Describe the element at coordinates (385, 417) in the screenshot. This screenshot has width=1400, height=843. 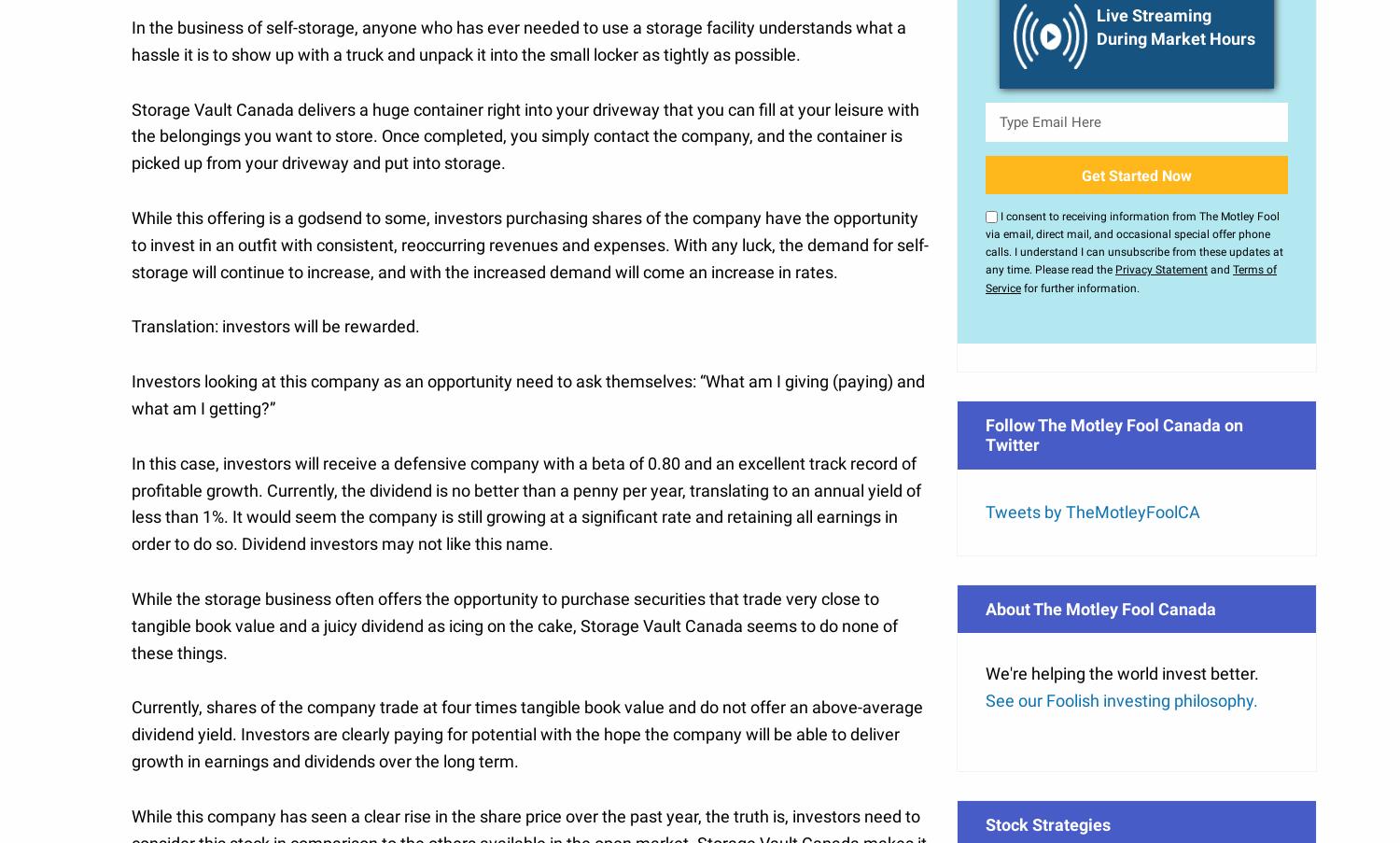
I see `'About The Motley Fool Canada'` at that location.